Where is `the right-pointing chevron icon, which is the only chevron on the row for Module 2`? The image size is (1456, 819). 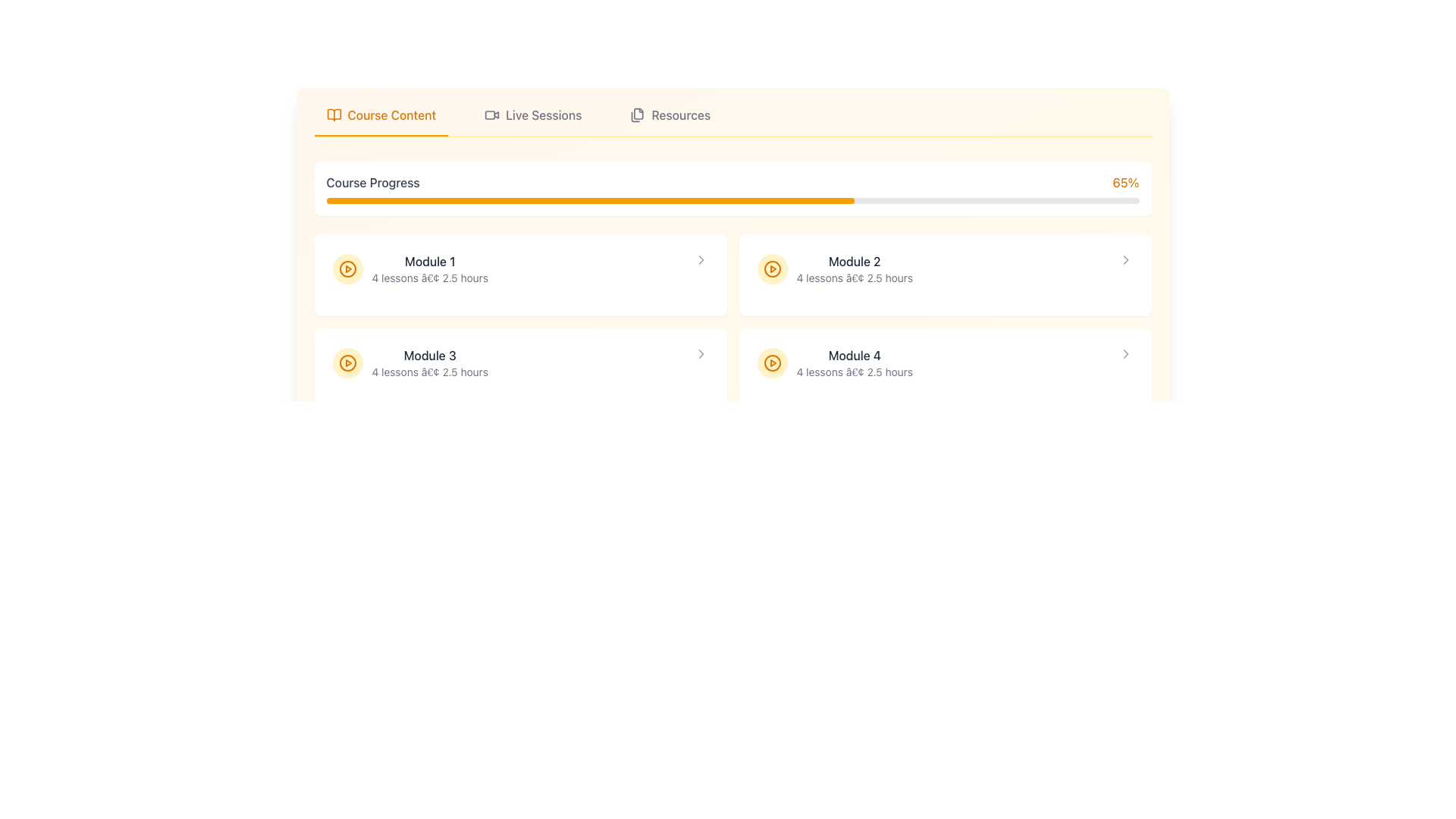 the right-pointing chevron icon, which is the only chevron on the row for Module 2 is located at coordinates (1125, 259).